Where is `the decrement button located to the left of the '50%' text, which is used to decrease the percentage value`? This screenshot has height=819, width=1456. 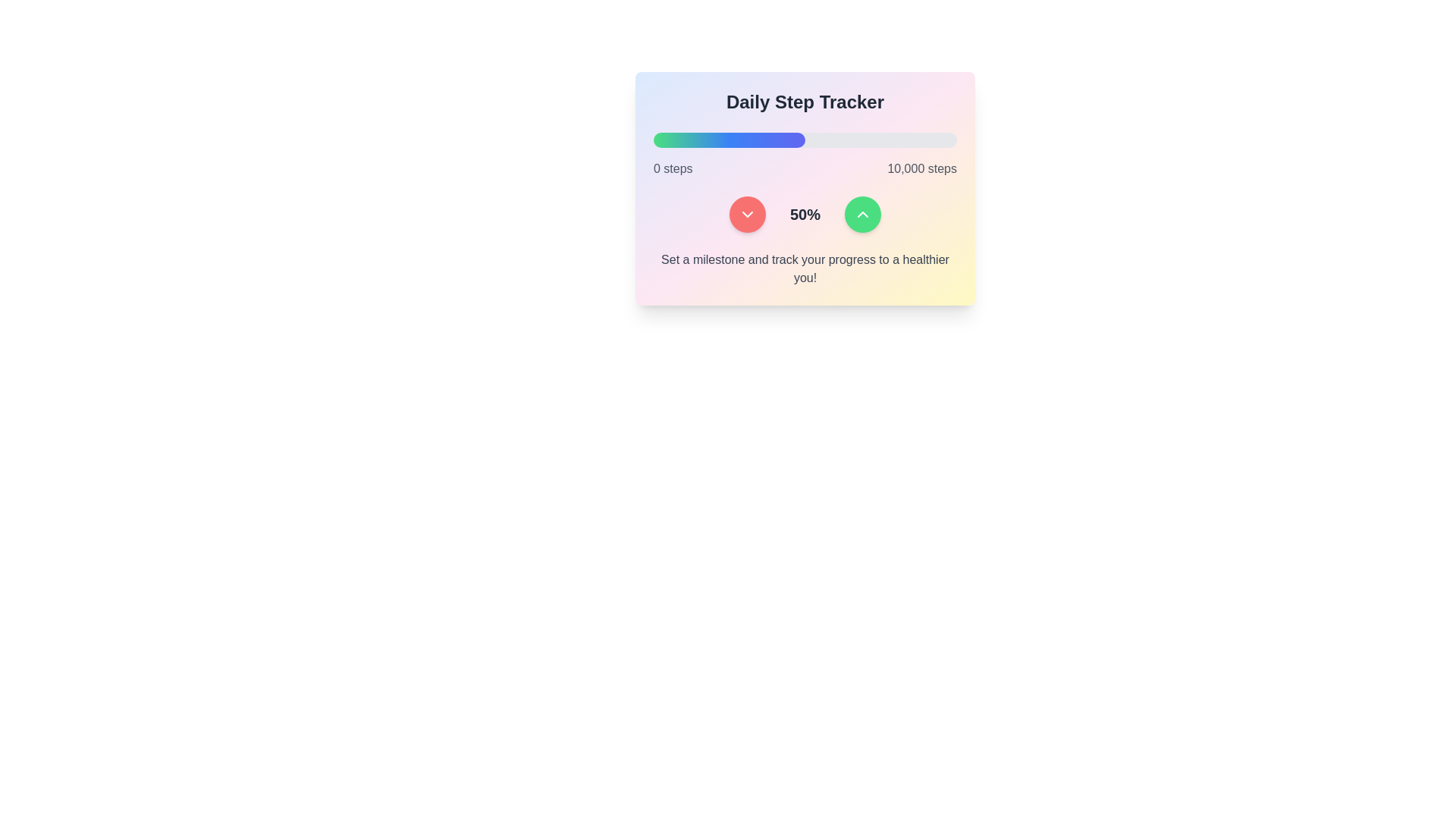 the decrement button located to the left of the '50%' text, which is used to decrease the percentage value is located at coordinates (747, 214).